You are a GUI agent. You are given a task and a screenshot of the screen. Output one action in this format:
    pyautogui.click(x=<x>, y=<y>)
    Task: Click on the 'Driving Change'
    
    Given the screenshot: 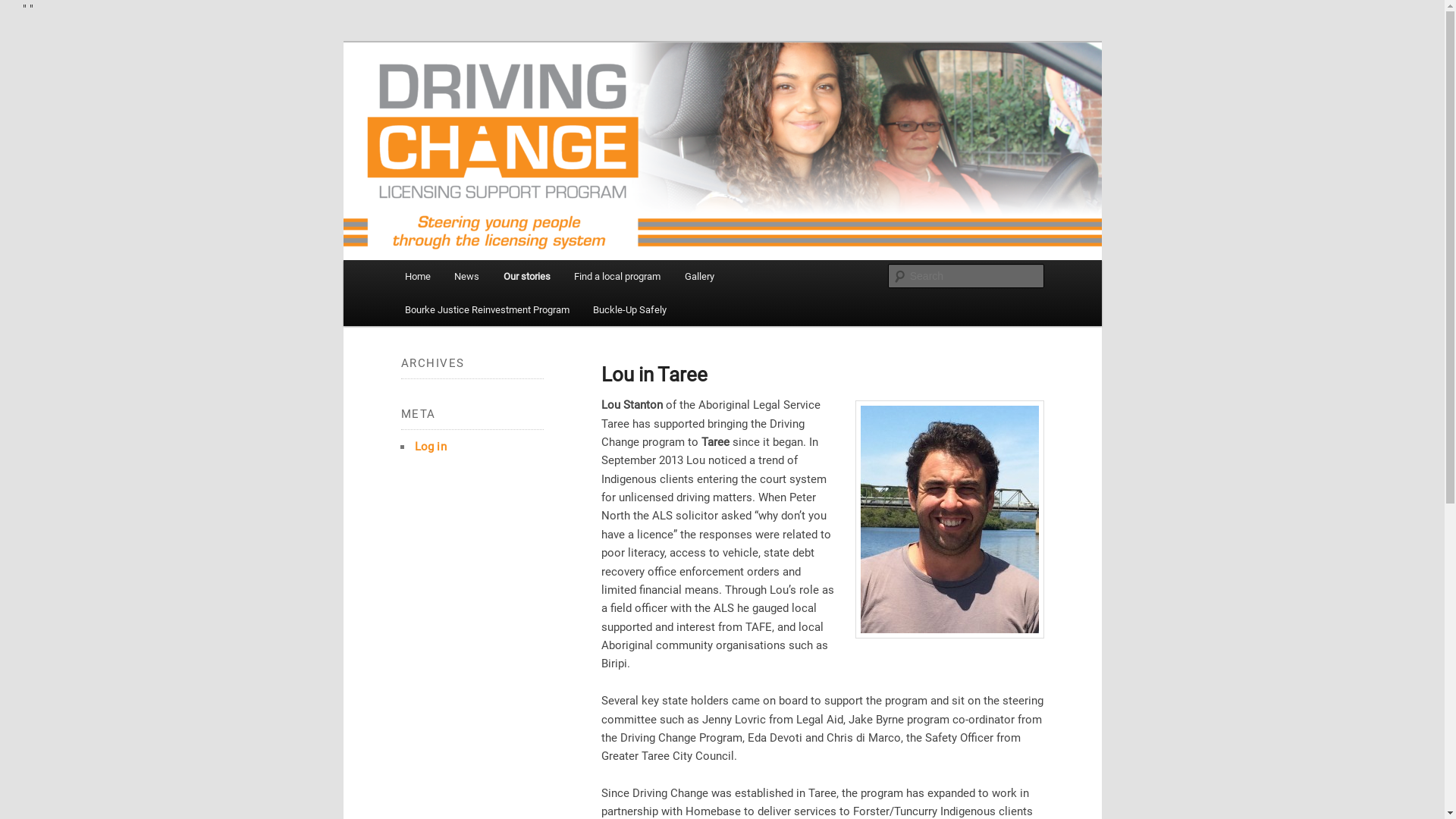 What is the action you would take?
    pyautogui.click(x=476, y=111)
    